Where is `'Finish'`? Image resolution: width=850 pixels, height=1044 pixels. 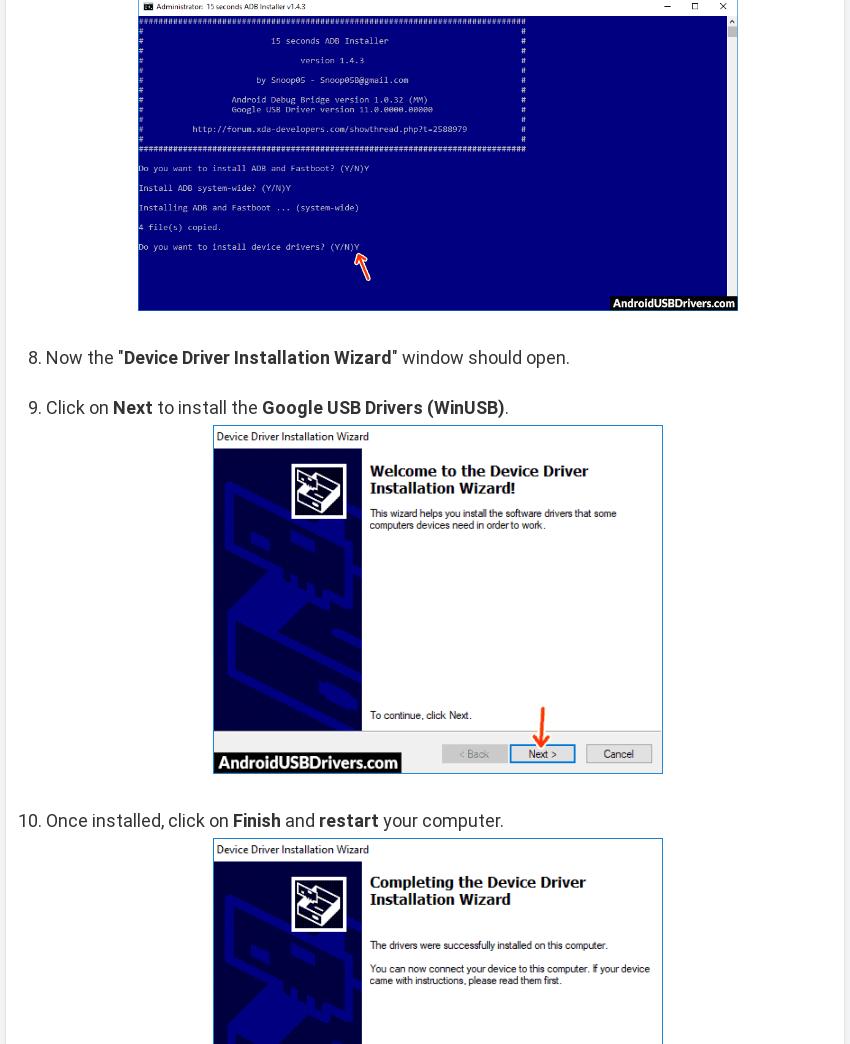
'Finish' is located at coordinates (256, 819).